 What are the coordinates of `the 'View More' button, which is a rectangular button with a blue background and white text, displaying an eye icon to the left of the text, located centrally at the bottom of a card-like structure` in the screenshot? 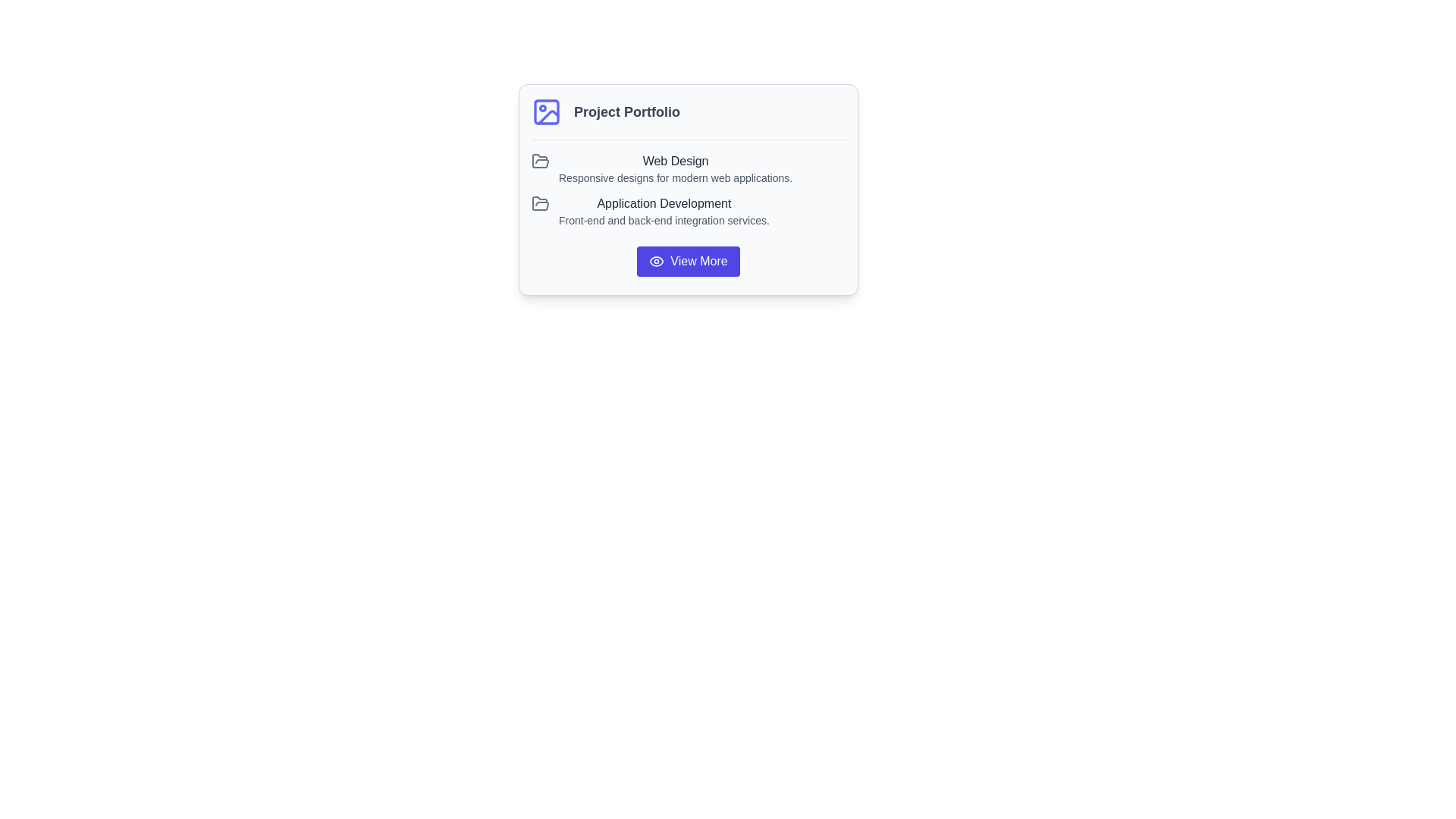 It's located at (687, 260).